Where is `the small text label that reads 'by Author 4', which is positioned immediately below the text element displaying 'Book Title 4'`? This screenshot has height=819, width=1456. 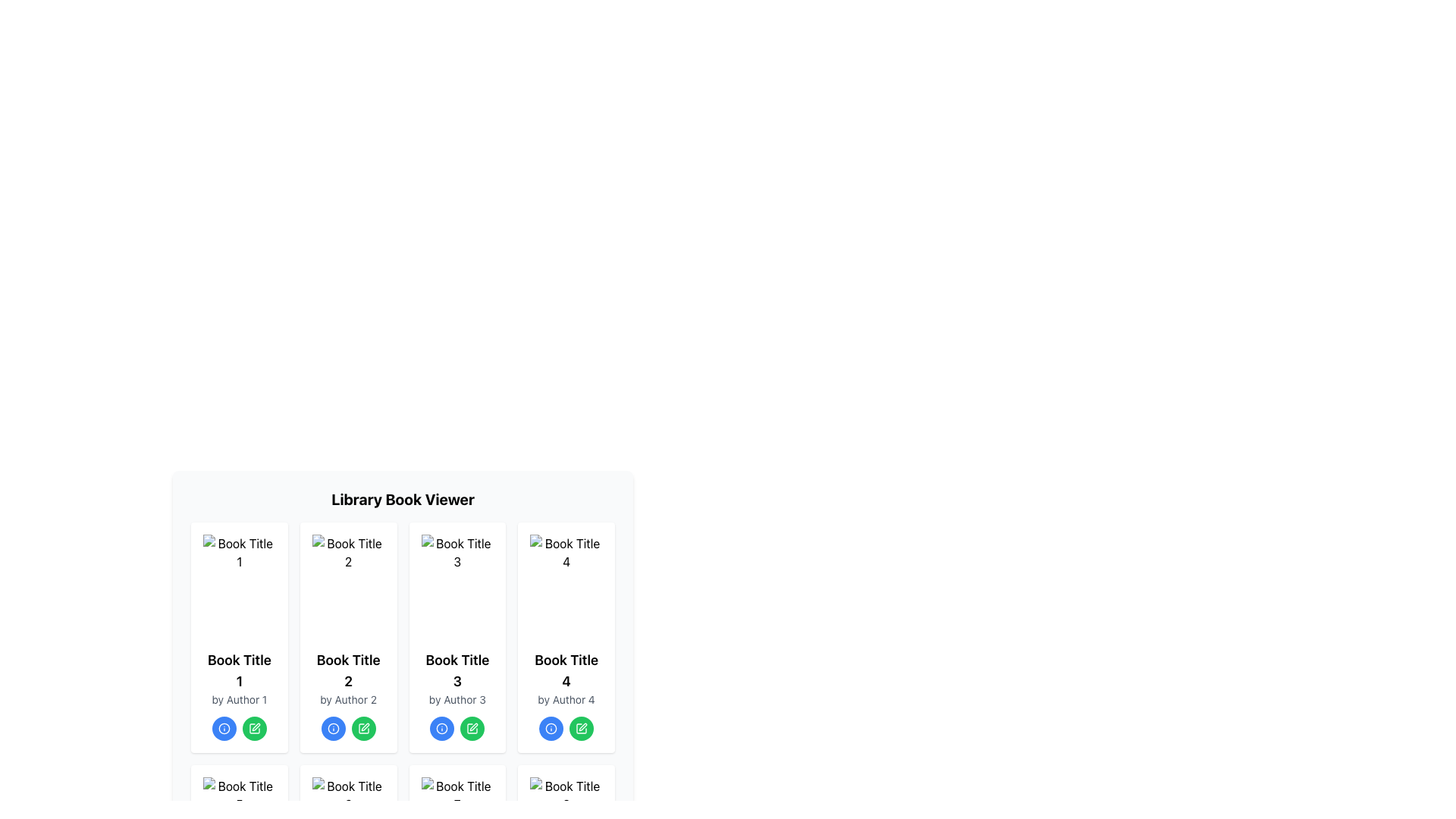
the small text label that reads 'by Author 4', which is positioned immediately below the text element displaying 'Book Title 4' is located at coordinates (566, 699).